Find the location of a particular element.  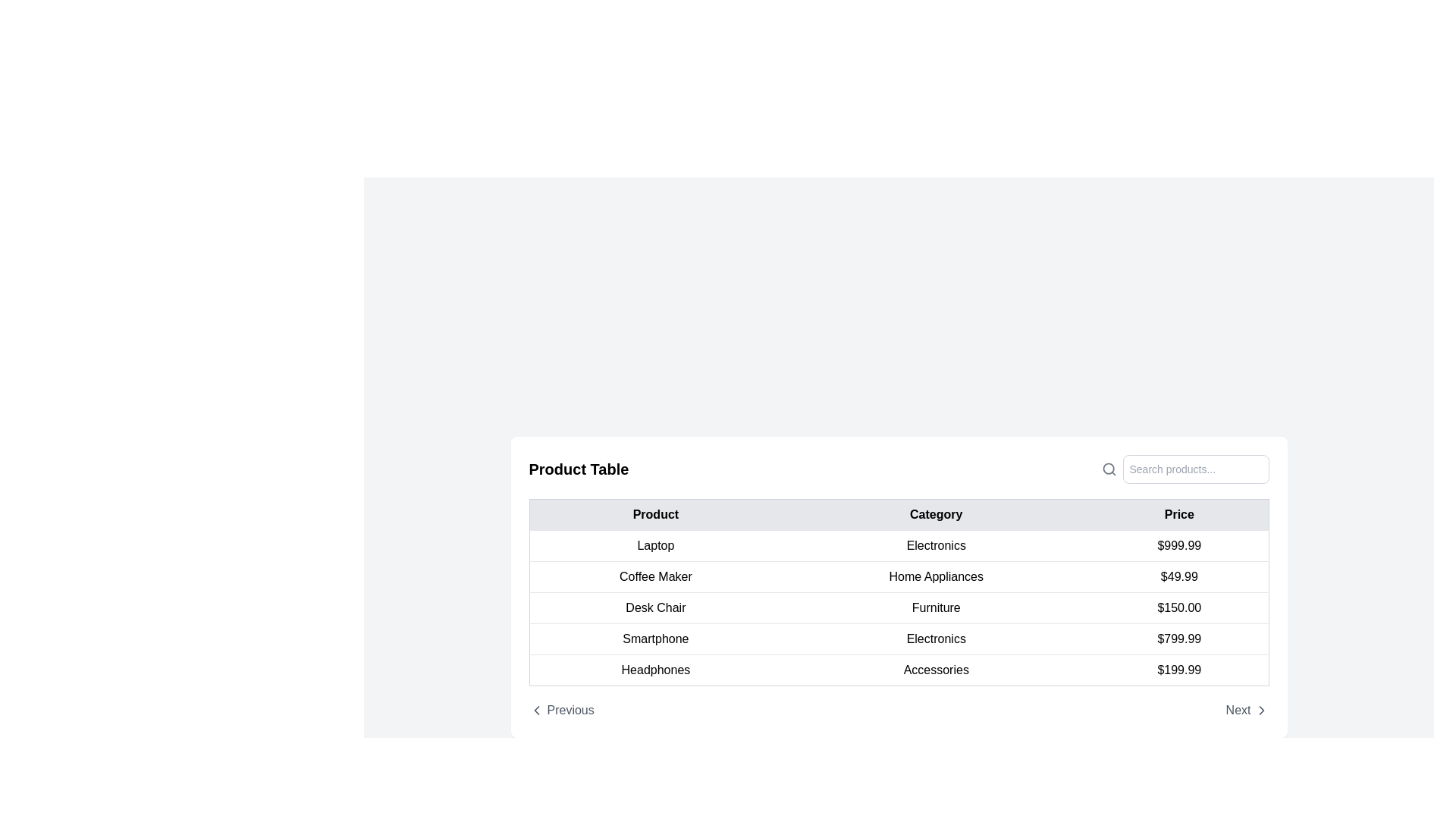

the text content of the 'Coffee Maker' label, which is a textual content block located in the second row of the product table under the 'Product' column is located at coordinates (655, 576).